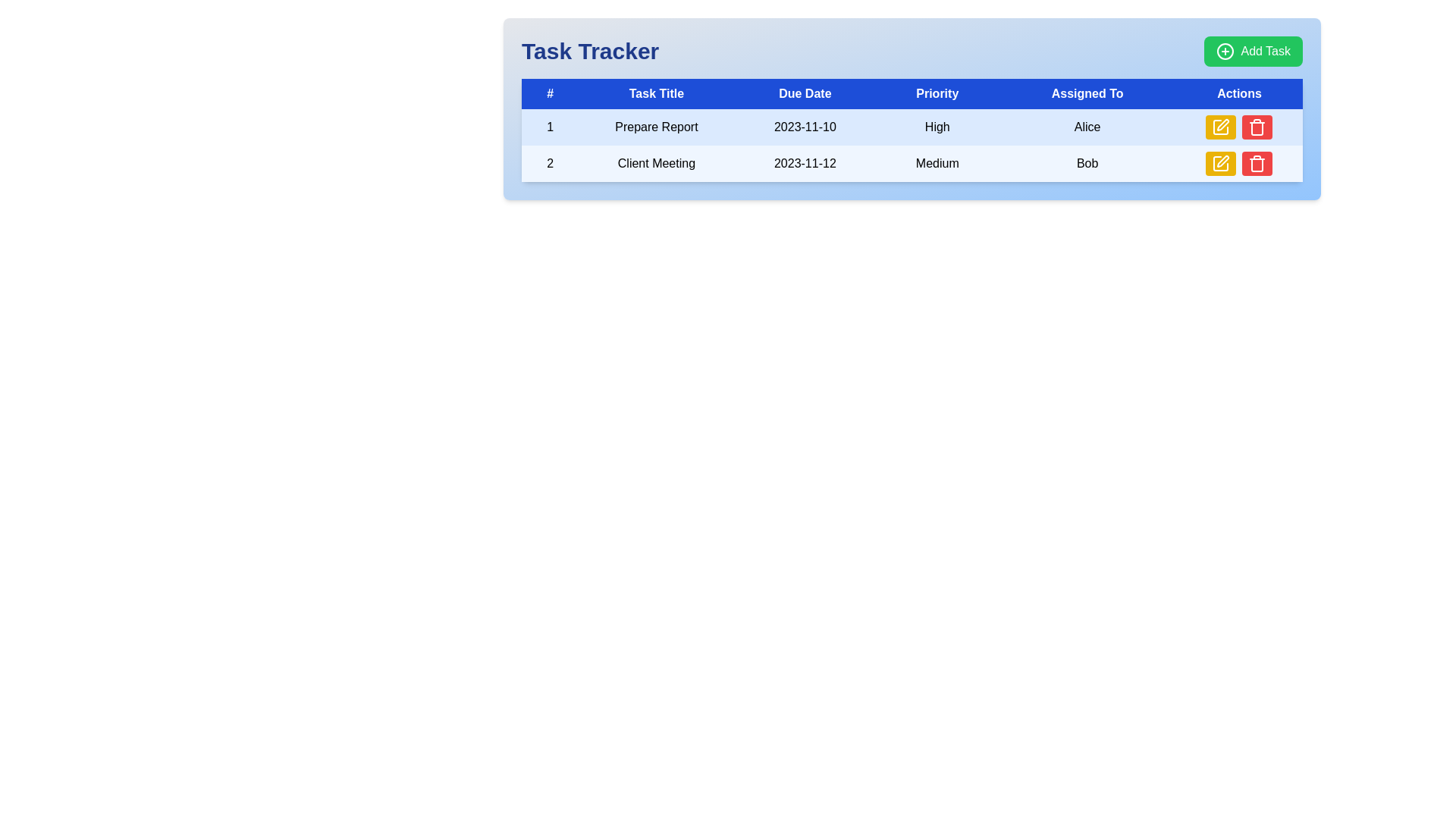  Describe the element at coordinates (1220, 164) in the screenshot. I see `the edit icon located in the second row of the 'Actions' column in the 'Task Tracker' section to initiate editing for the associated task` at that location.